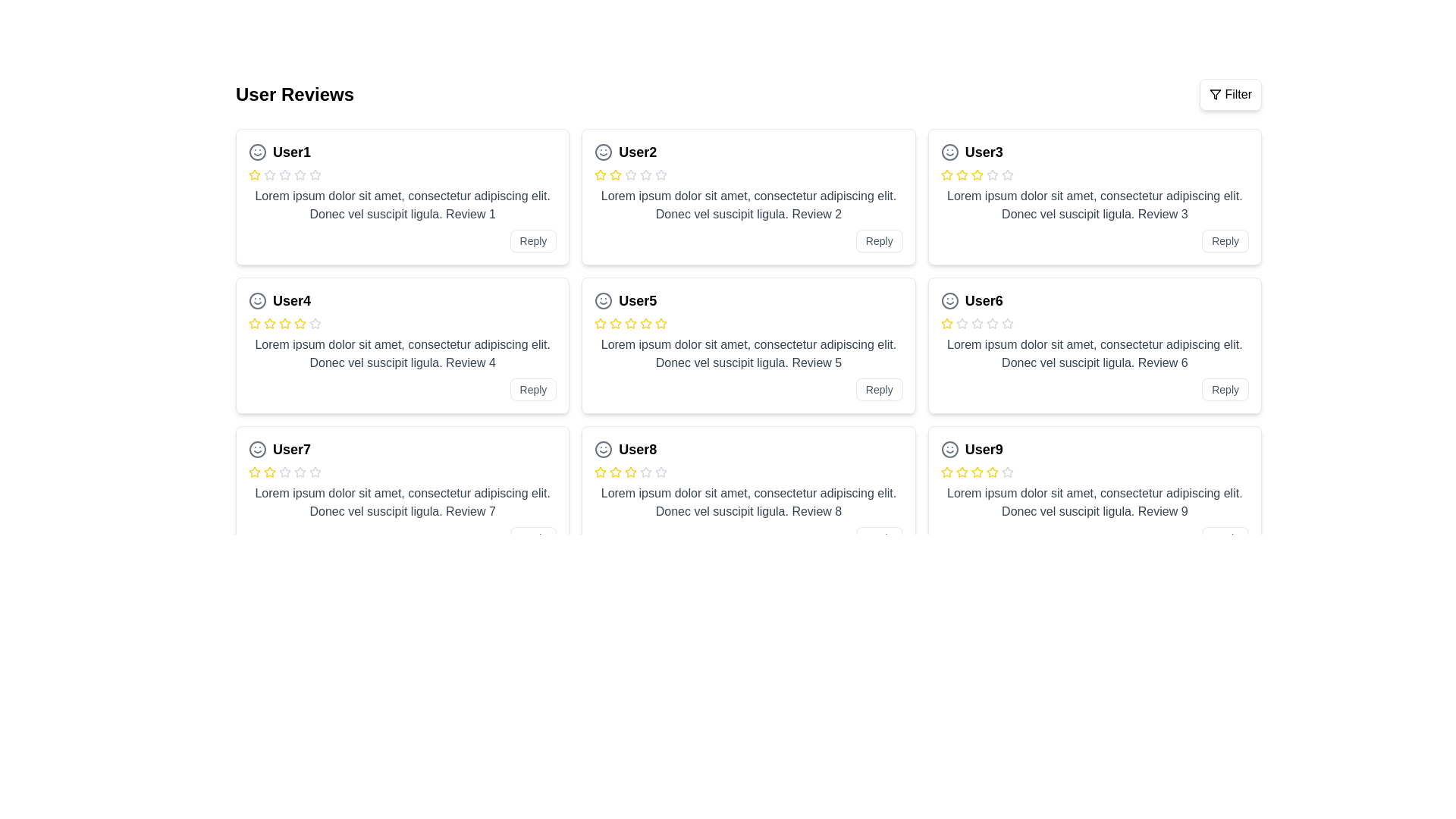 Image resolution: width=1456 pixels, height=819 pixels. Describe the element at coordinates (946, 323) in the screenshot. I see `the first Rating Star Icon with a yellow border in the review item for User6 in the reviews list` at that location.